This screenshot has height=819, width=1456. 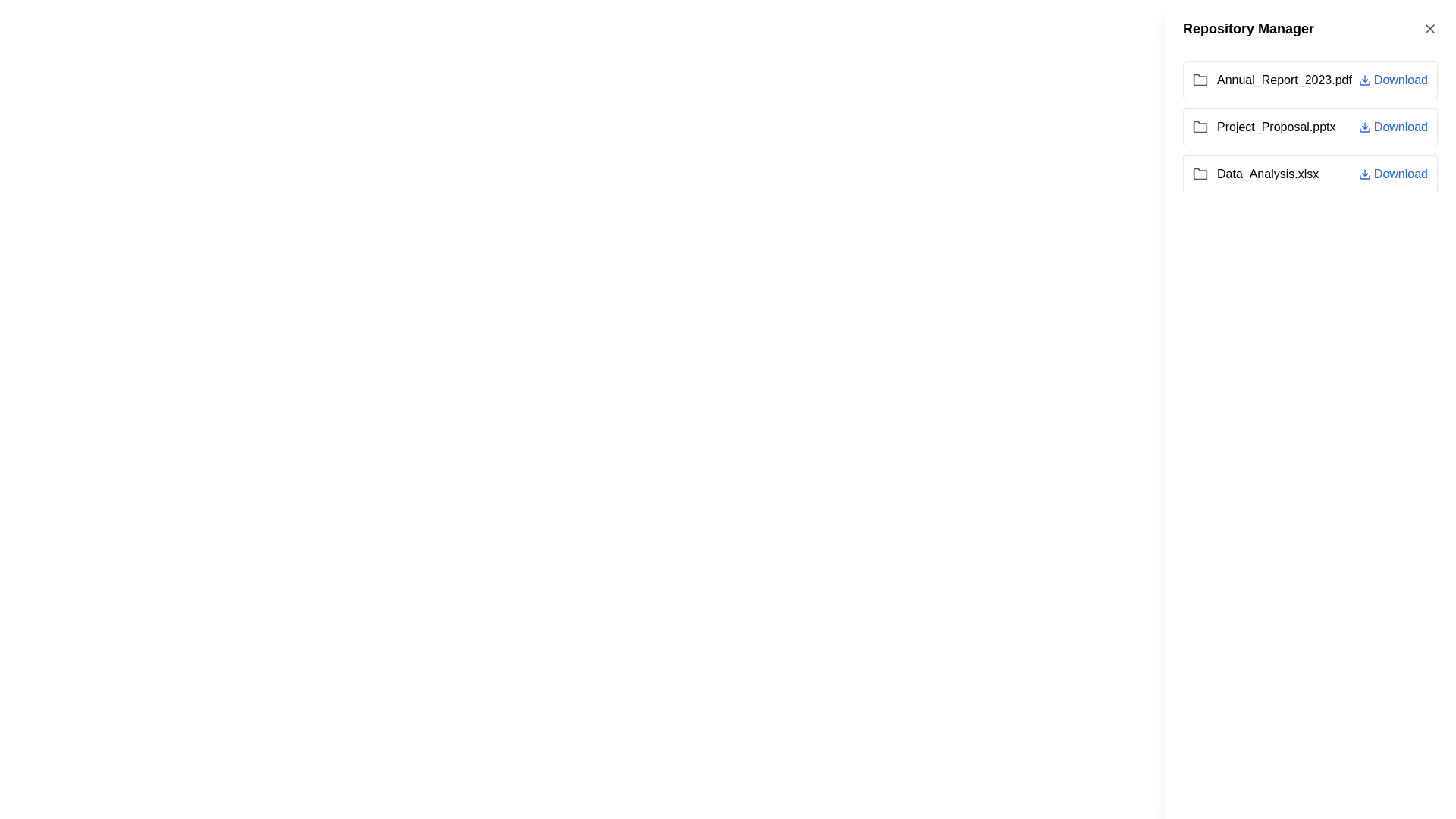 I want to click on the stylized folder icon in the 'Repository Manager' sidebar, located next to the file 'Project_Proposal.pptx', so click(x=1200, y=125).